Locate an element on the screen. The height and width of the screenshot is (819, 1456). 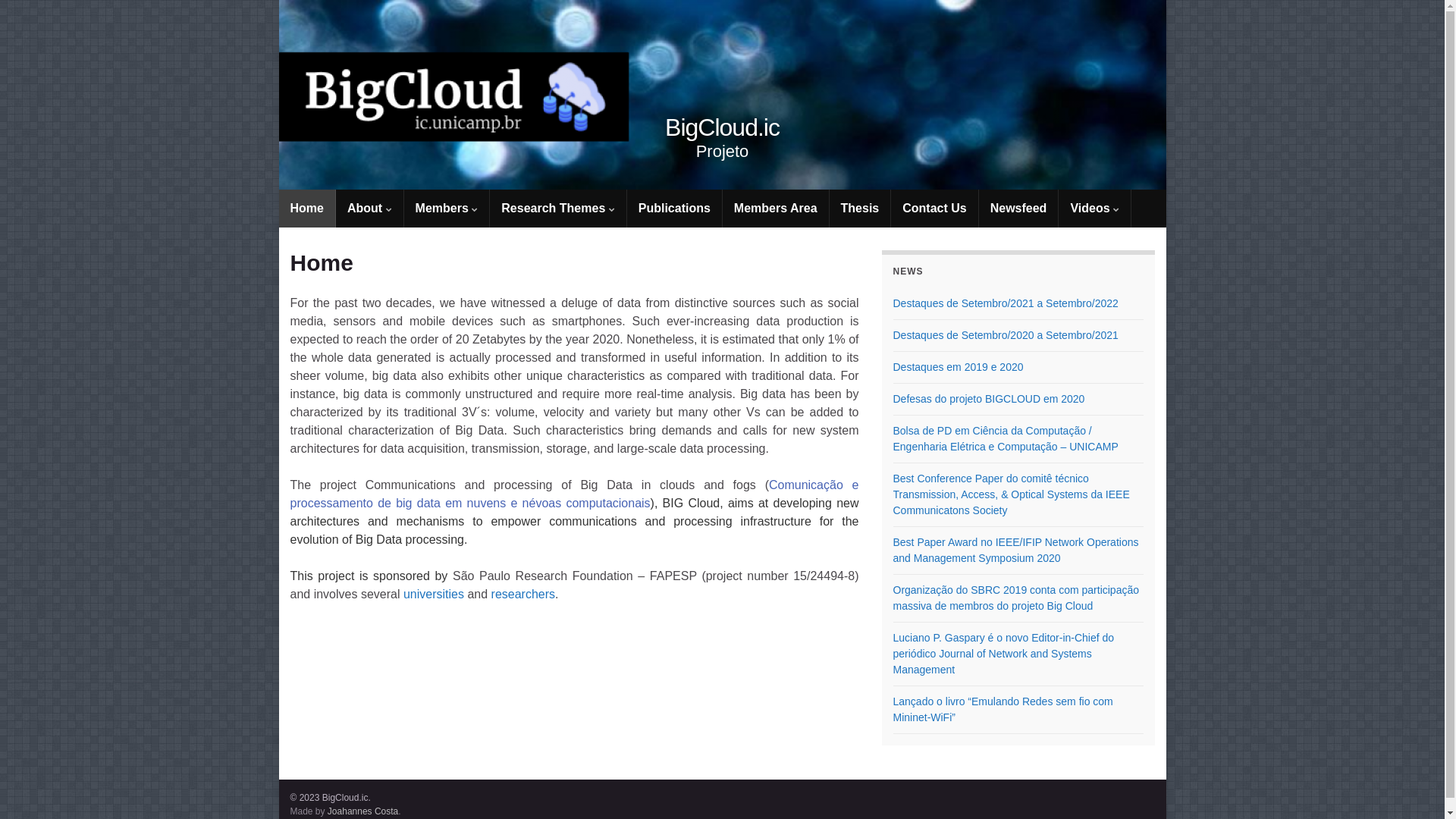
'Thesis' is located at coordinates (829, 208).